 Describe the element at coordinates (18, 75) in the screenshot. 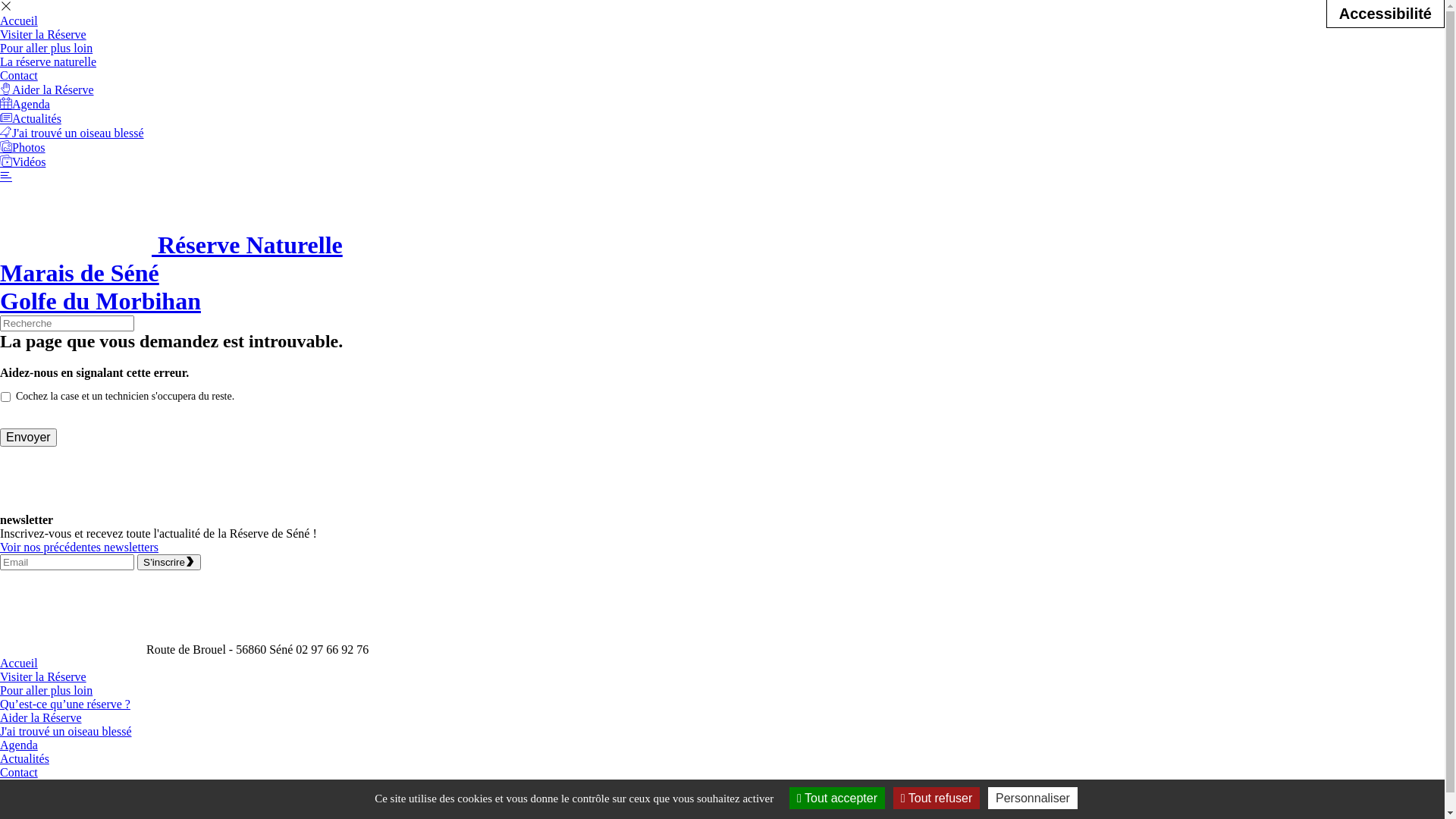

I see `'Contact'` at that location.